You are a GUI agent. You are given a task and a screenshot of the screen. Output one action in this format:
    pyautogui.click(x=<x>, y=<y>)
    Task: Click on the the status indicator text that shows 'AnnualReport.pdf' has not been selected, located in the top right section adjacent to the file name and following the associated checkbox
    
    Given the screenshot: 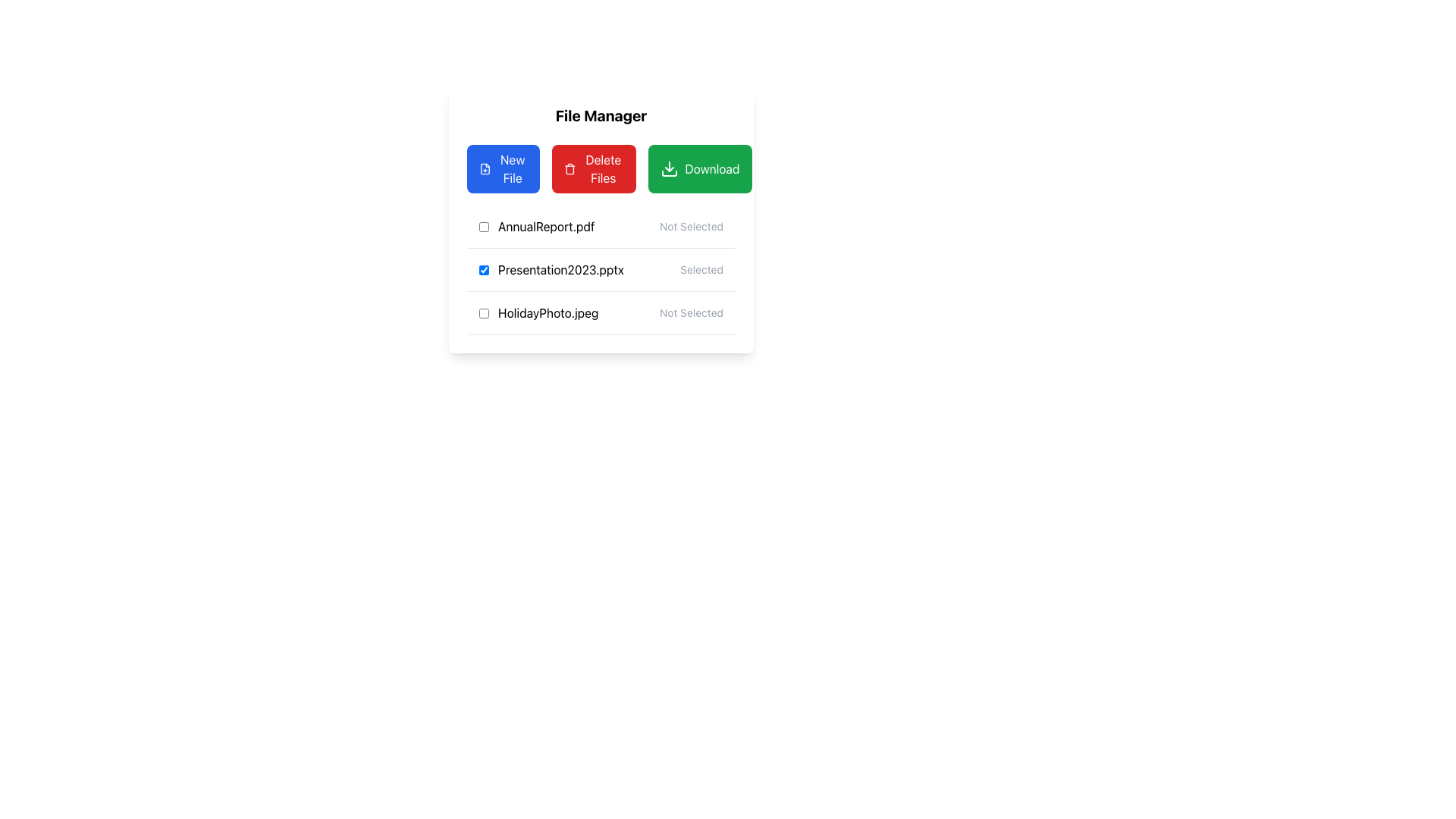 What is the action you would take?
    pyautogui.click(x=691, y=227)
    